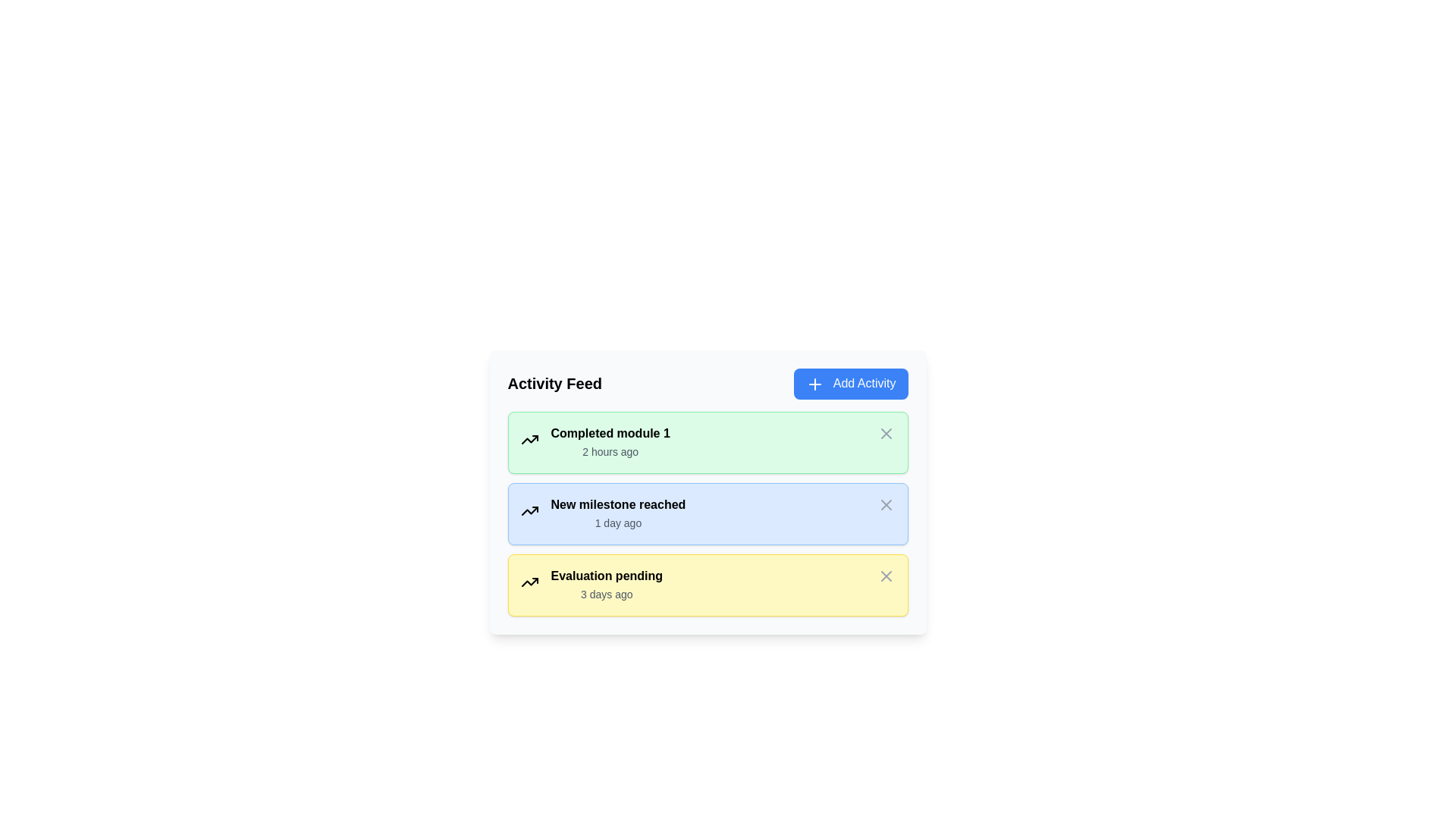 The height and width of the screenshot is (819, 1456). Describe the element at coordinates (814, 383) in the screenshot. I see `the gray plus (+) symbol located at the center-left of the blue rounded button labeled 'Add Activity' in the top-right corner of the 'Activity Feed' section` at that location.